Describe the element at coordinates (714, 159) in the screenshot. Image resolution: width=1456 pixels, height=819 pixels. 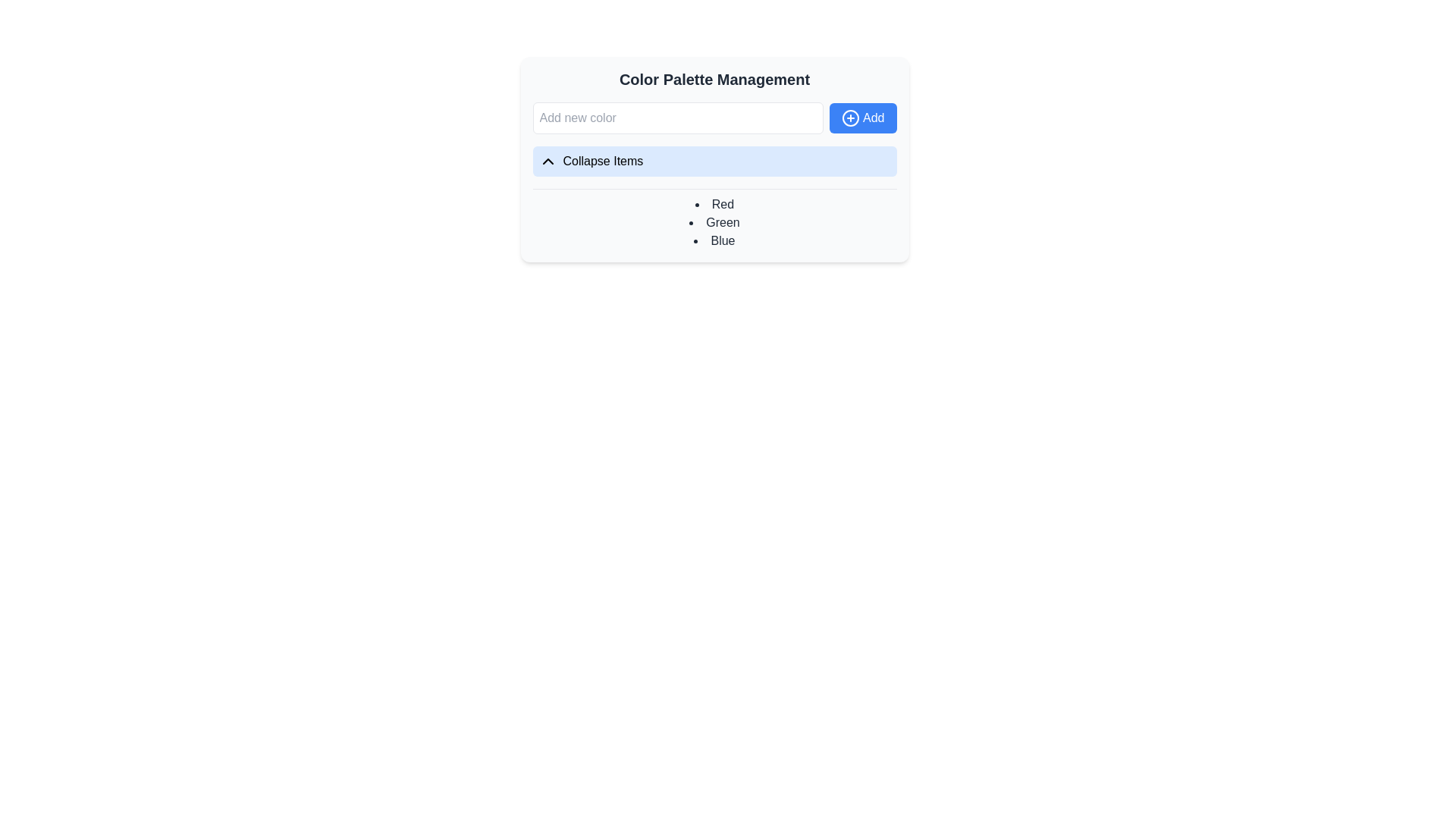
I see `the toggle button located within the 'Color Palette Management' card` at that location.